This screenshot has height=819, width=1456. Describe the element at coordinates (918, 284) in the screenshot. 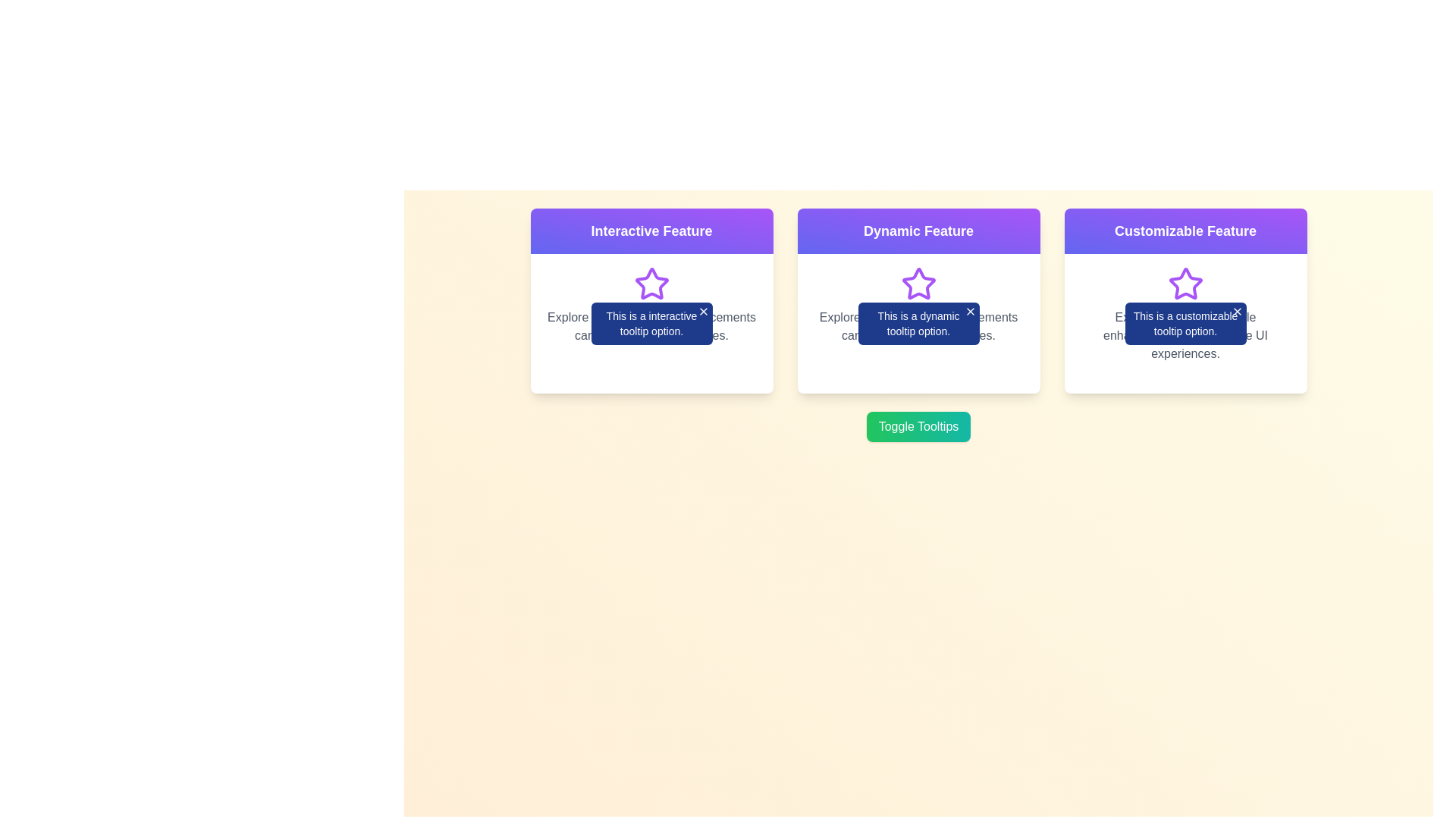

I see `the star icon located centrally within the 'Dynamic Feature' card, positioned above the descriptive text and below the heading text` at that location.